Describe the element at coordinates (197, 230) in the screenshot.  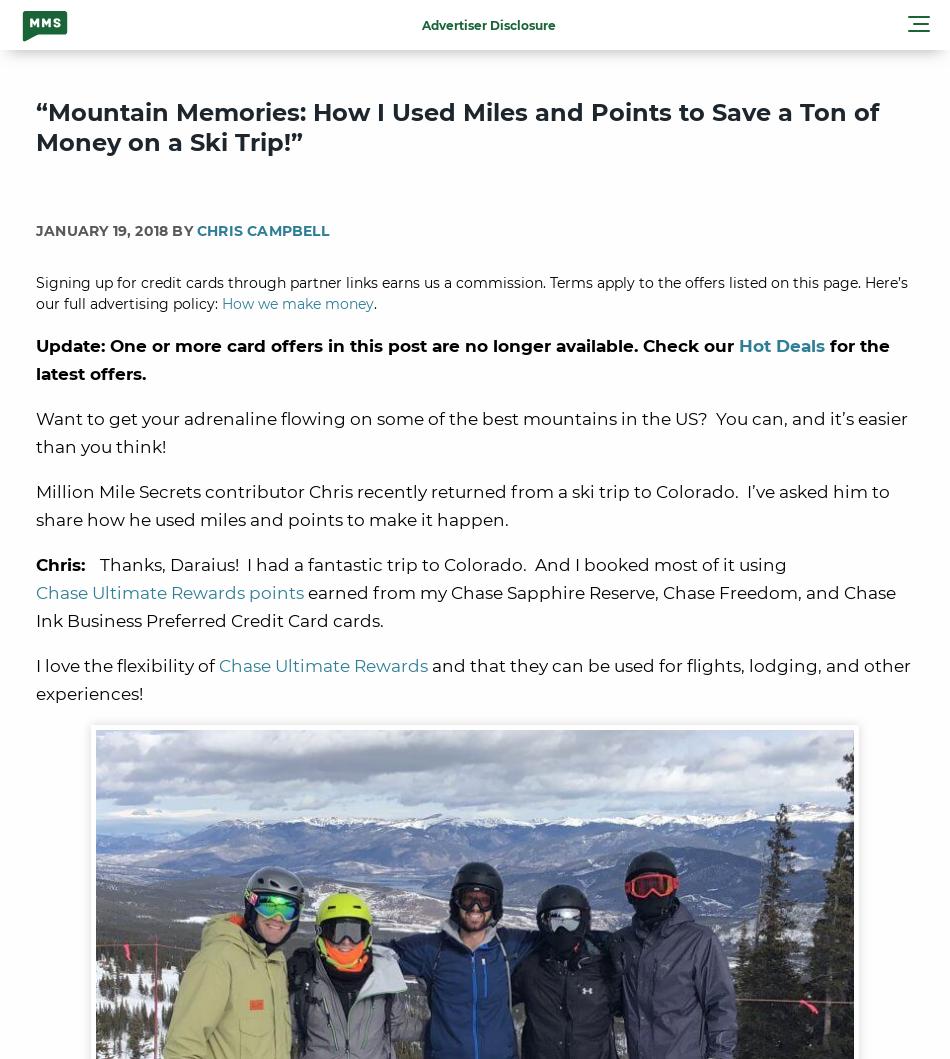
I see `'Chris Campbell'` at that location.